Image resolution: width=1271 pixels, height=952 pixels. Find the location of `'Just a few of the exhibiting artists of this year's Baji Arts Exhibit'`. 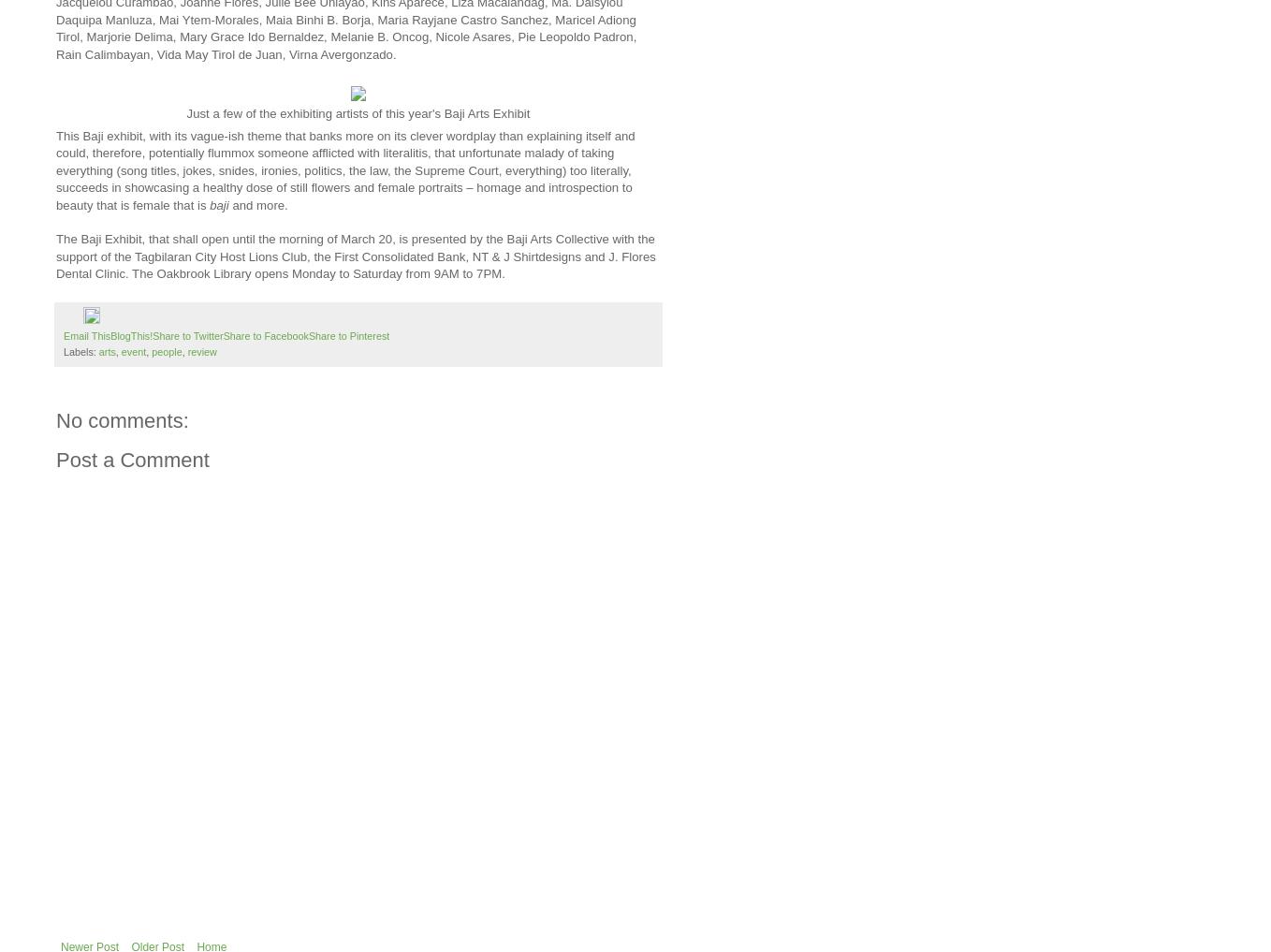

'Just a few of the exhibiting artists of this year's Baji Arts Exhibit' is located at coordinates (184, 112).